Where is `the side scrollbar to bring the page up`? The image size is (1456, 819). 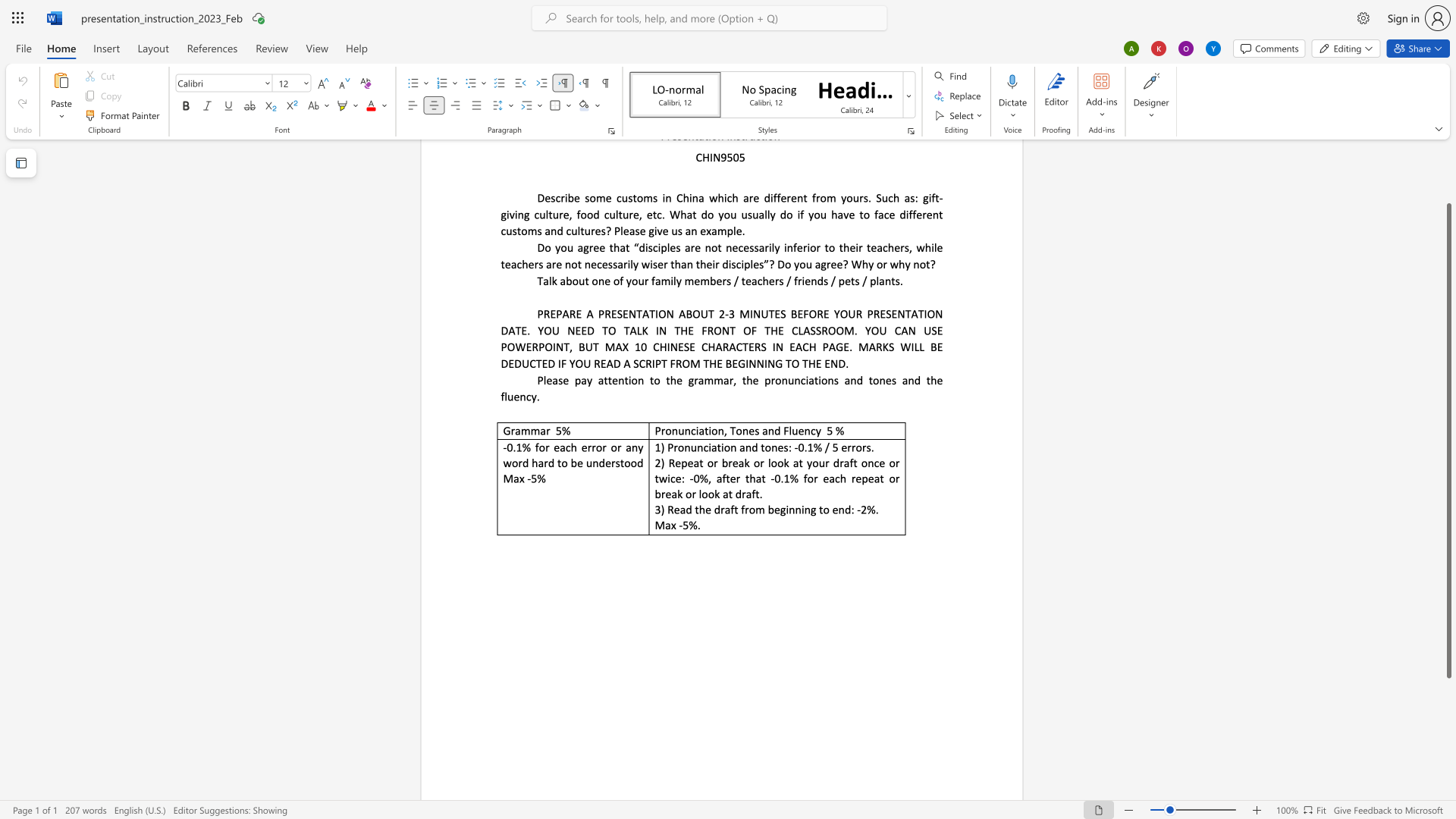
the side scrollbar to bring the page up is located at coordinates (1448, 174).